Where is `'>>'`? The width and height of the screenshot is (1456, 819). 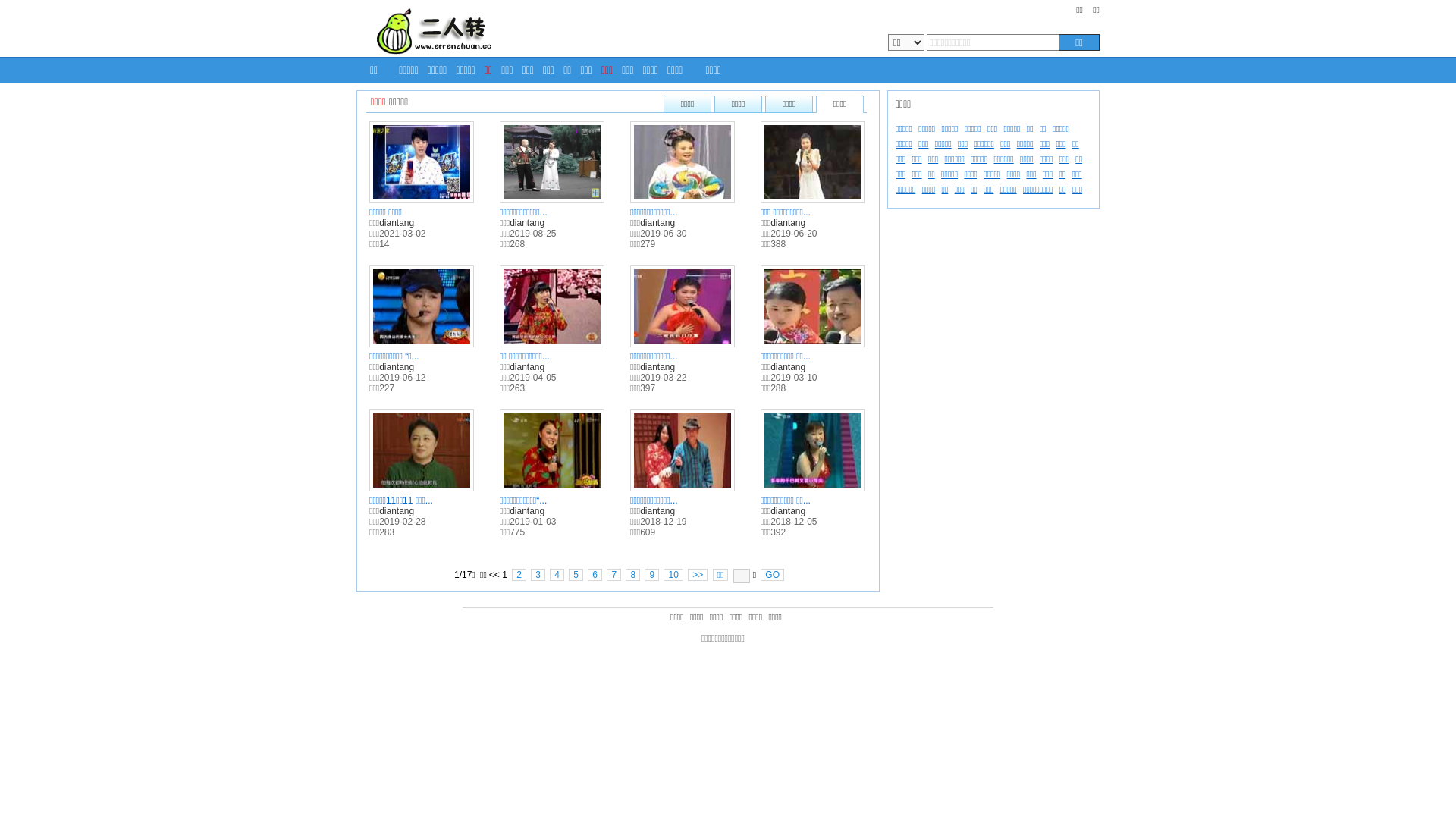
'>>' is located at coordinates (697, 575).